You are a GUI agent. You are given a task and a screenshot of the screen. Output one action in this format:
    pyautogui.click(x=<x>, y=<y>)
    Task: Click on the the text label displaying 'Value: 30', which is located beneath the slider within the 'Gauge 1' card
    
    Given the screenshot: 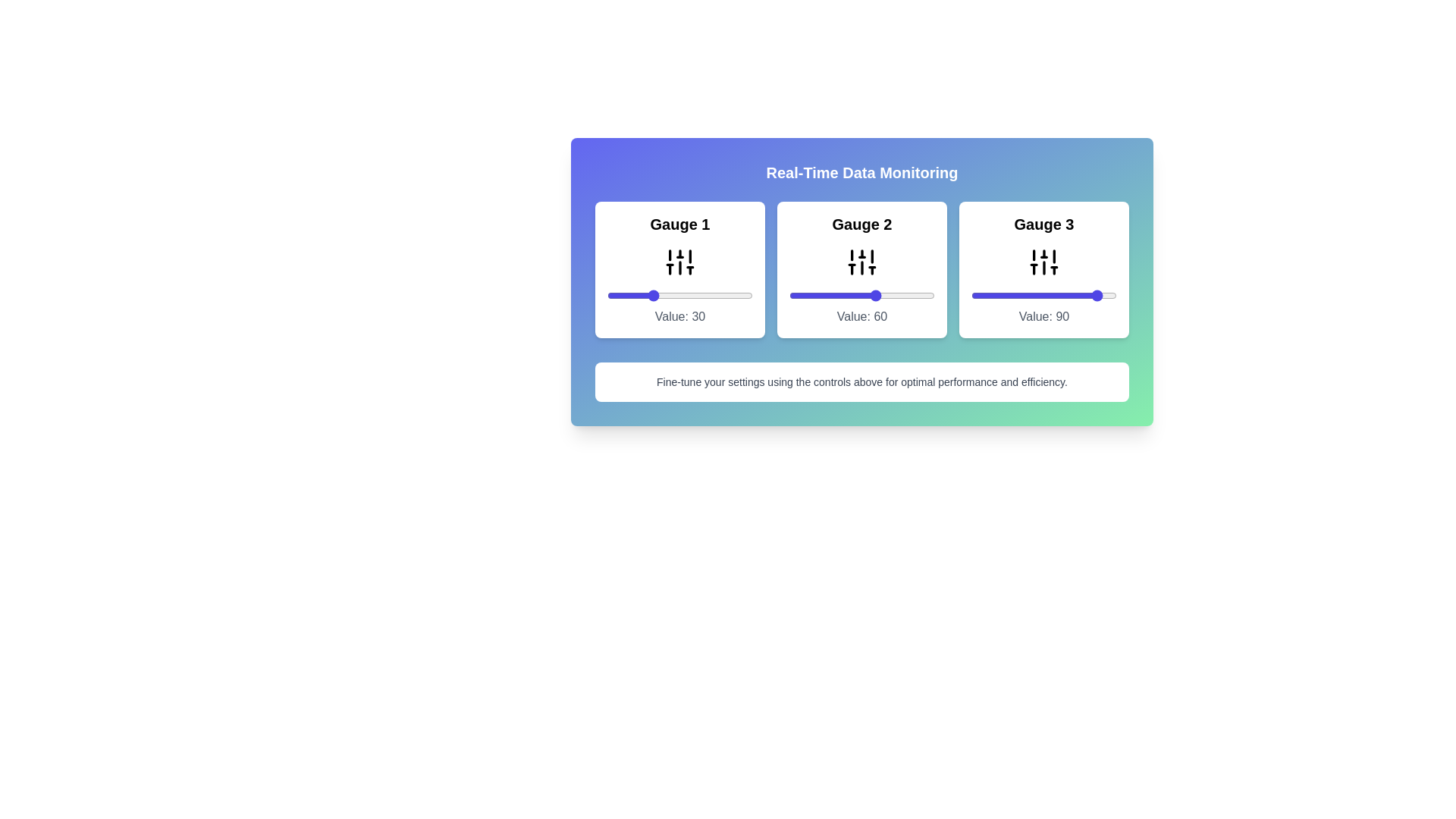 What is the action you would take?
    pyautogui.click(x=679, y=315)
    